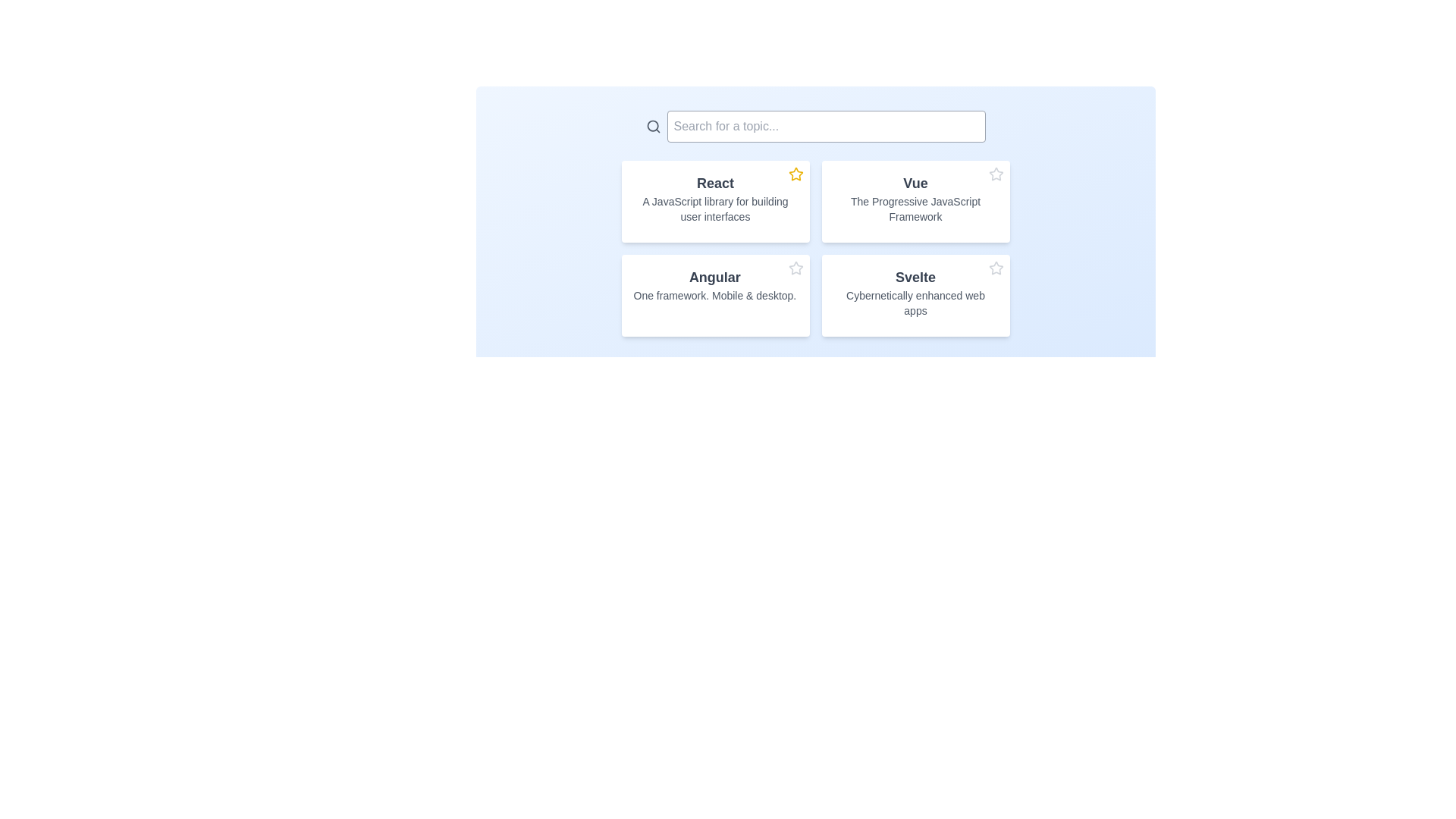 Image resolution: width=1456 pixels, height=819 pixels. What do you see at coordinates (795, 267) in the screenshot?
I see `the star icon located at the bottom right corner of the 'Angular' card tile` at bounding box center [795, 267].